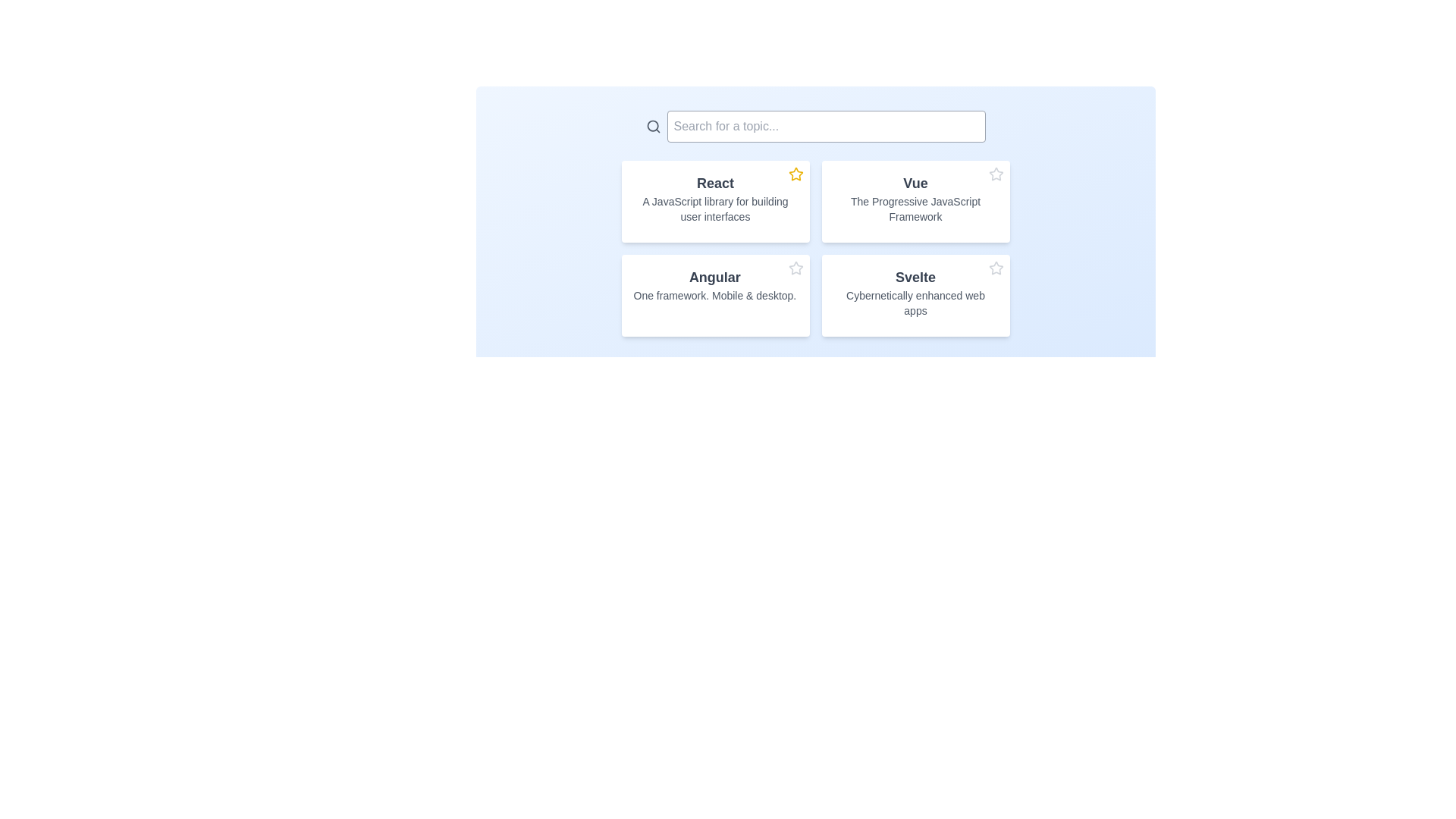 Image resolution: width=1456 pixels, height=819 pixels. What do you see at coordinates (795, 267) in the screenshot?
I see `the star icon located at the bottom right corner of the 'Angular' card tile` at bounding box center [795, 267].